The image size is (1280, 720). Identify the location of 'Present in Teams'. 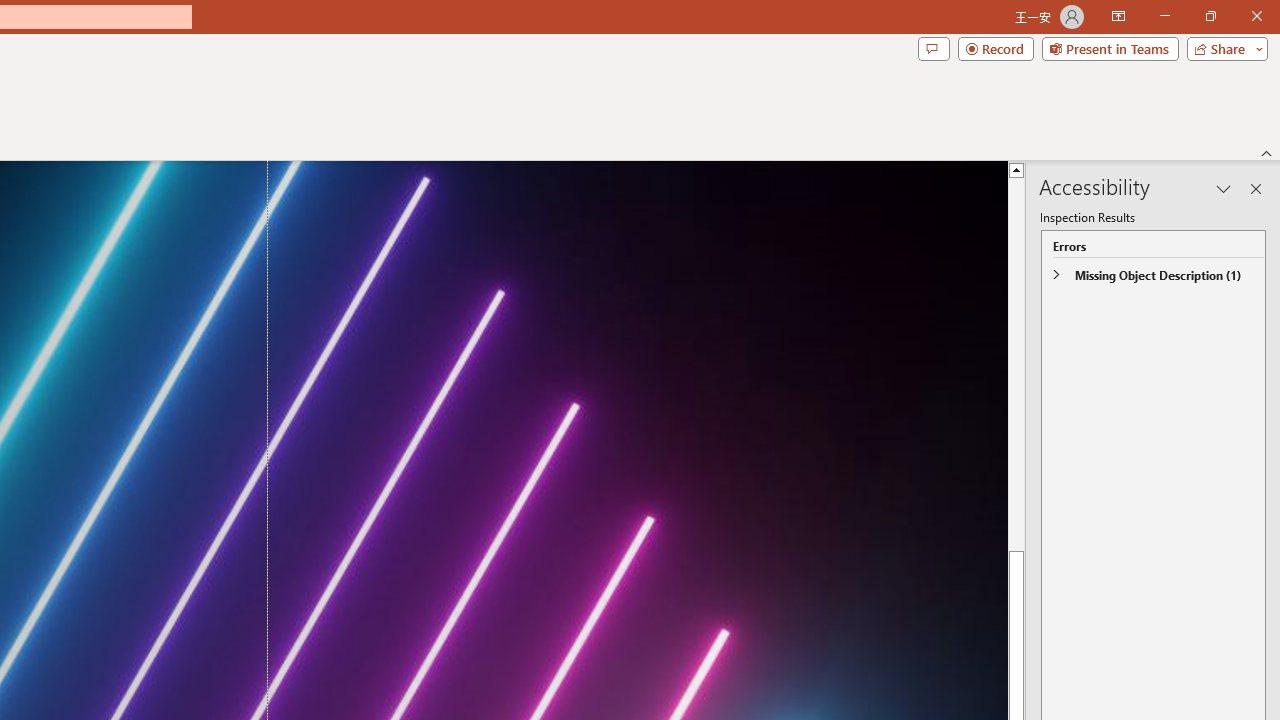
(1109, 47).